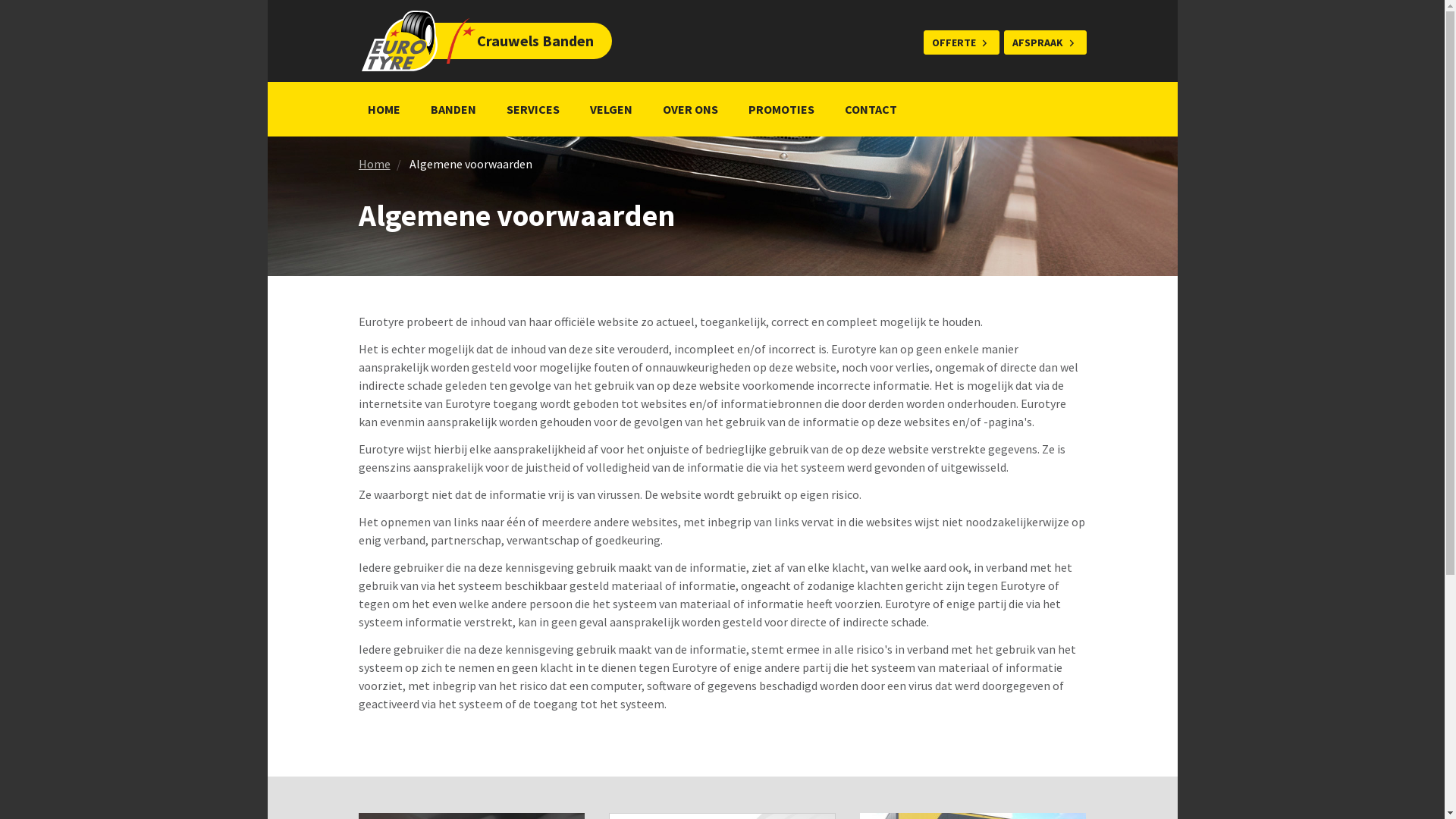  What do you see at coordinates (461, 40) in the screenshot?
I see `'Crauwels Banden'` at bounding box center [461, 40].